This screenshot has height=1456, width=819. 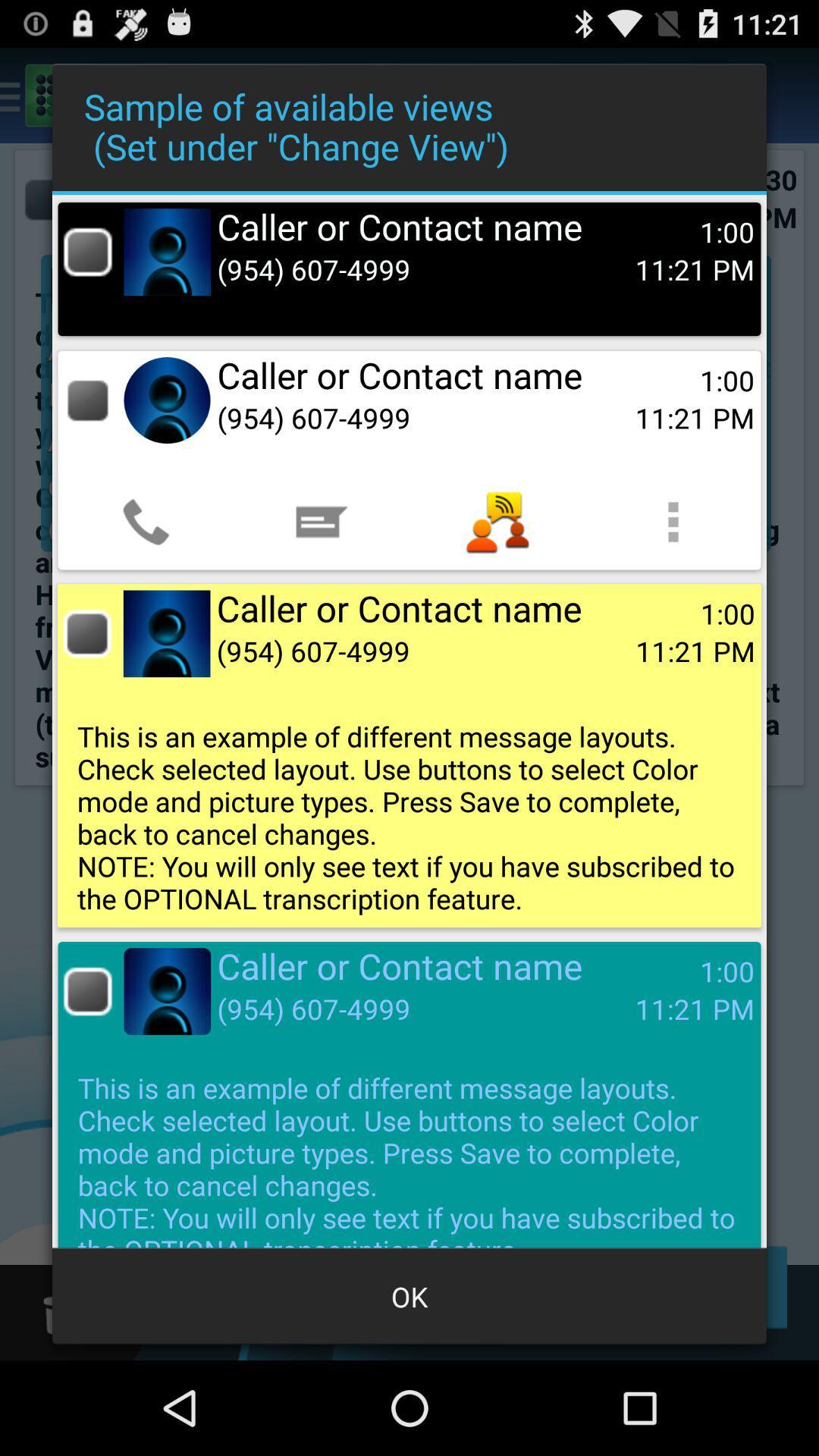 What do you see at coordinates (321, 522) in the screenshot?
I see `item below the (954) 607-4999 app` at bounding box center [321, 522].